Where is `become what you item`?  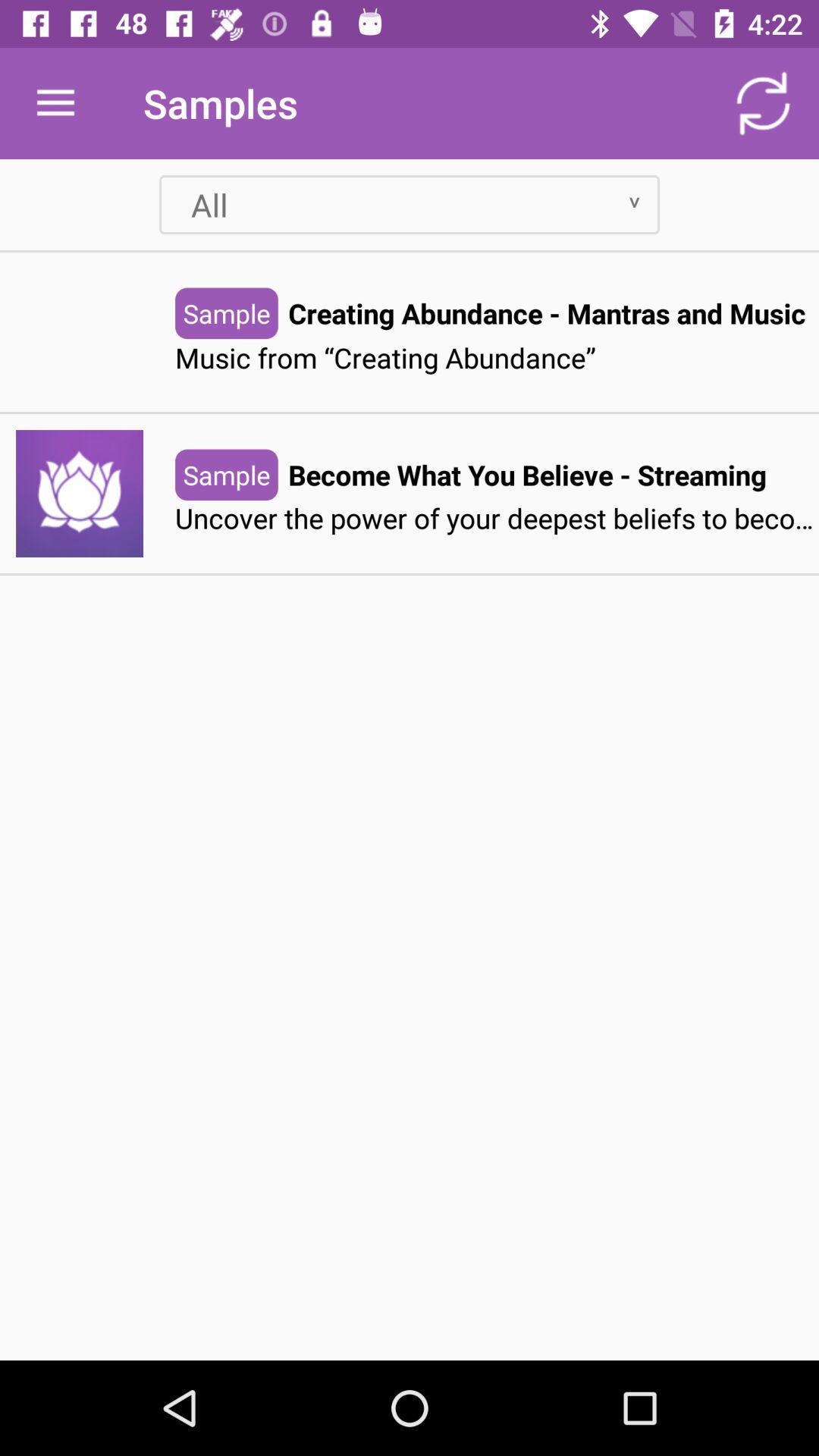
become what you item is located at coordinates (526, 474).